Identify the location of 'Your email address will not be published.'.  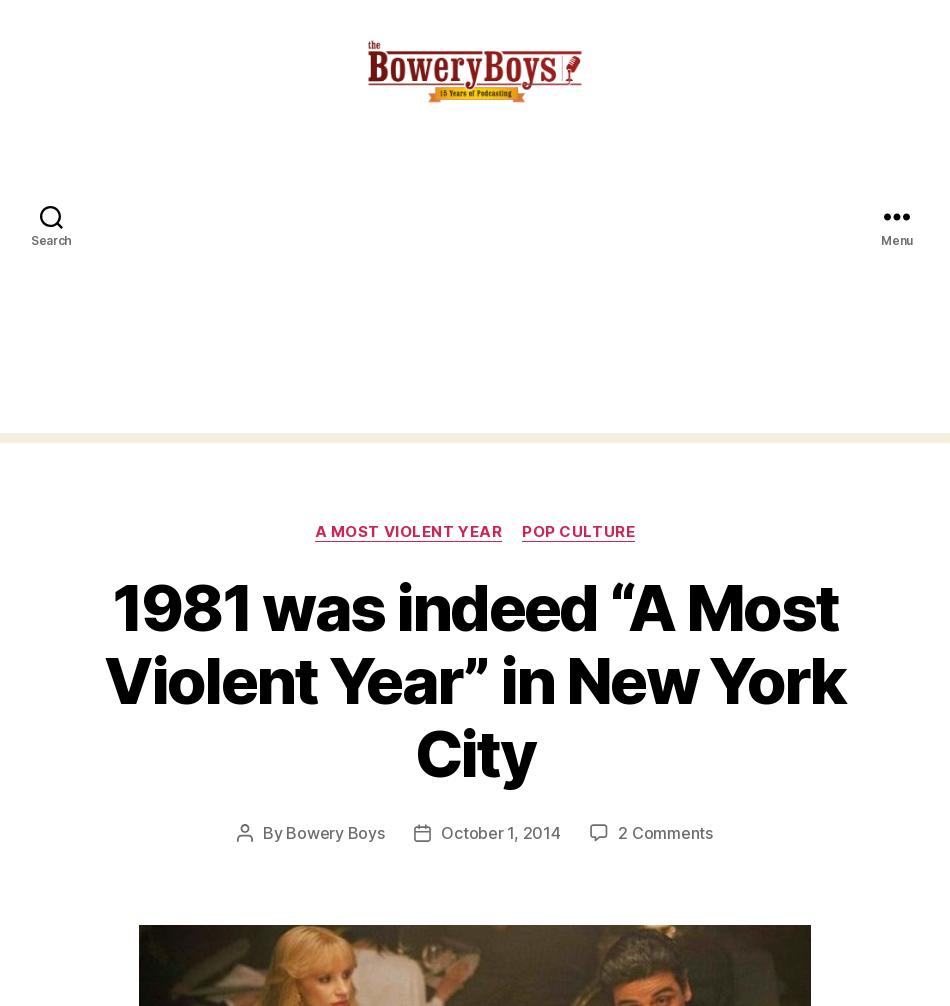
(201, 55).